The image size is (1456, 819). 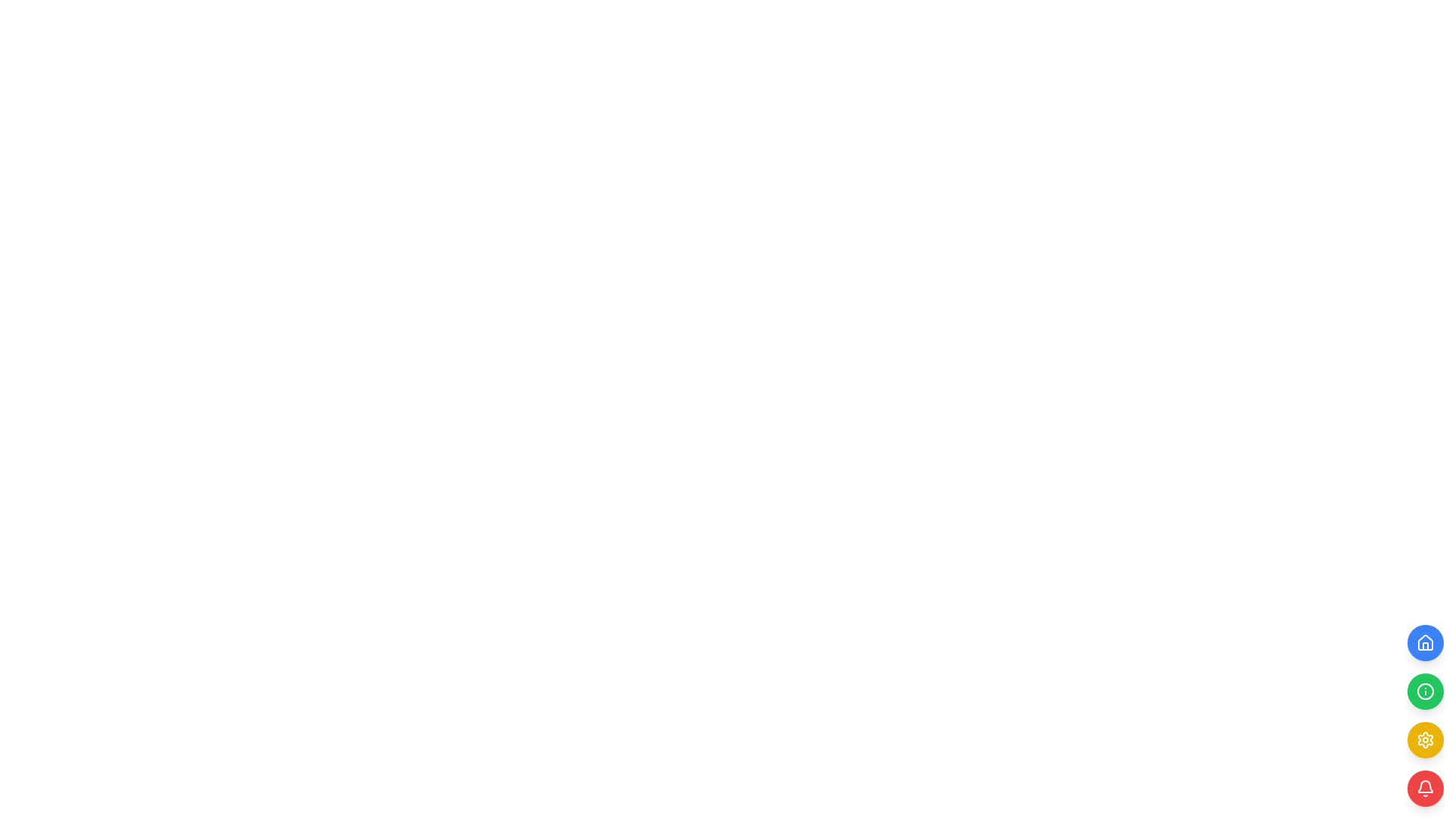 I want to click on the blue rounded button at the top of the vertical button row on the right side, so click(x=1425, y=643).